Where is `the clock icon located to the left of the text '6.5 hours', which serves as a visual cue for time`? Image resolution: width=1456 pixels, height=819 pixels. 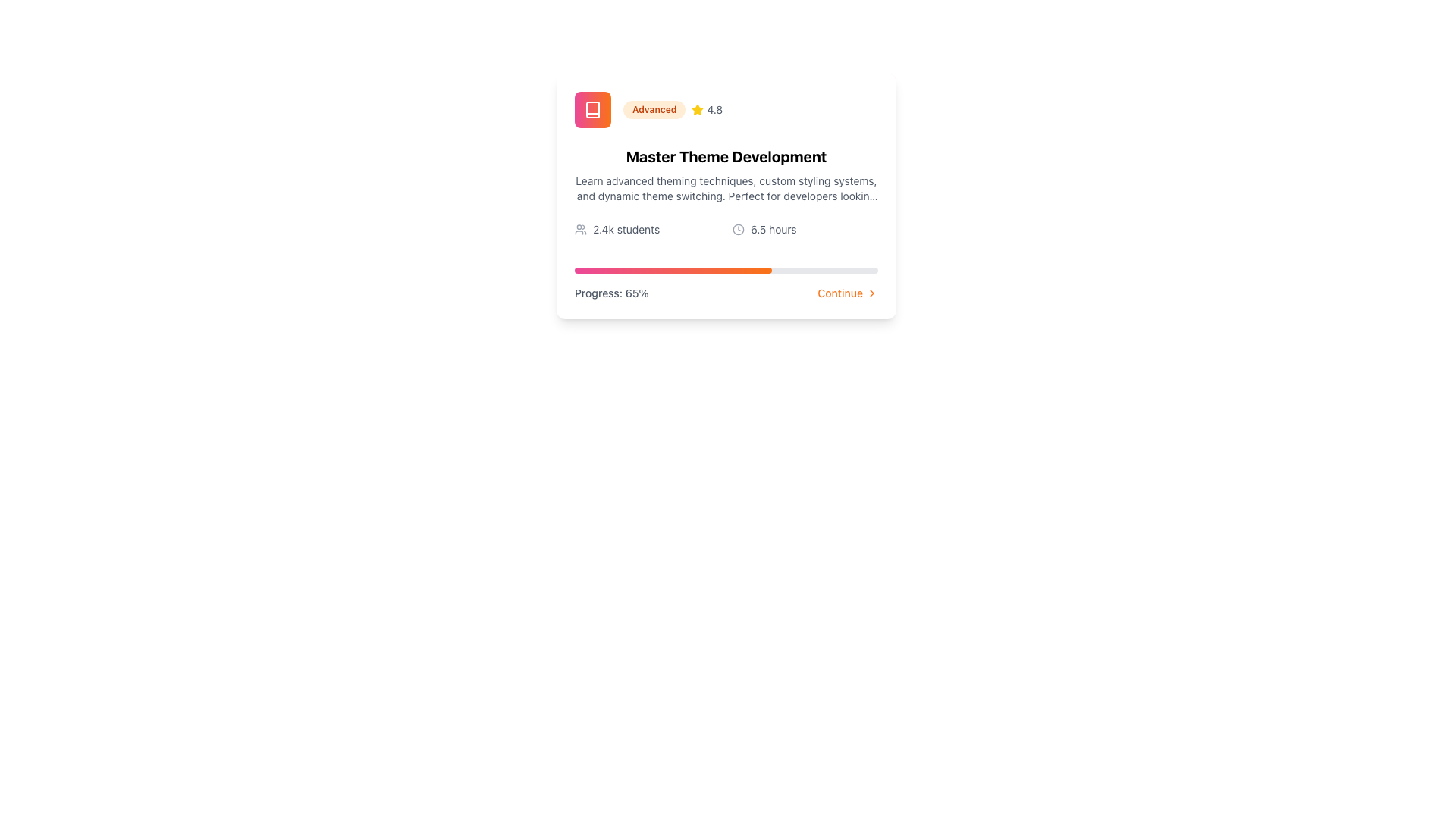 the clock icon located to the left of the text '6.5 hours', which serves as a visual cue for time is located at coordinates (739, 230).